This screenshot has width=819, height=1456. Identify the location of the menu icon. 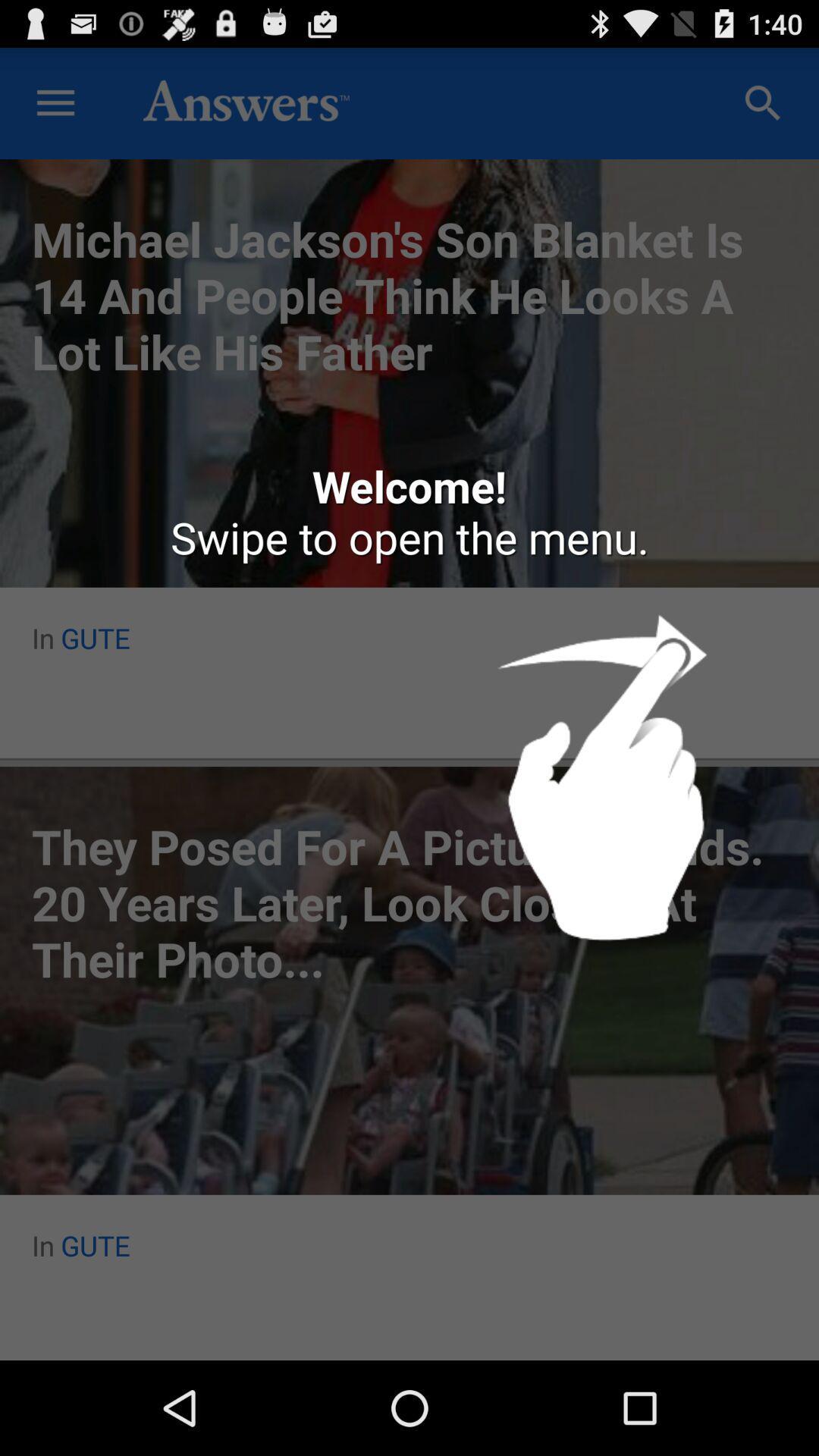
(55, 110).